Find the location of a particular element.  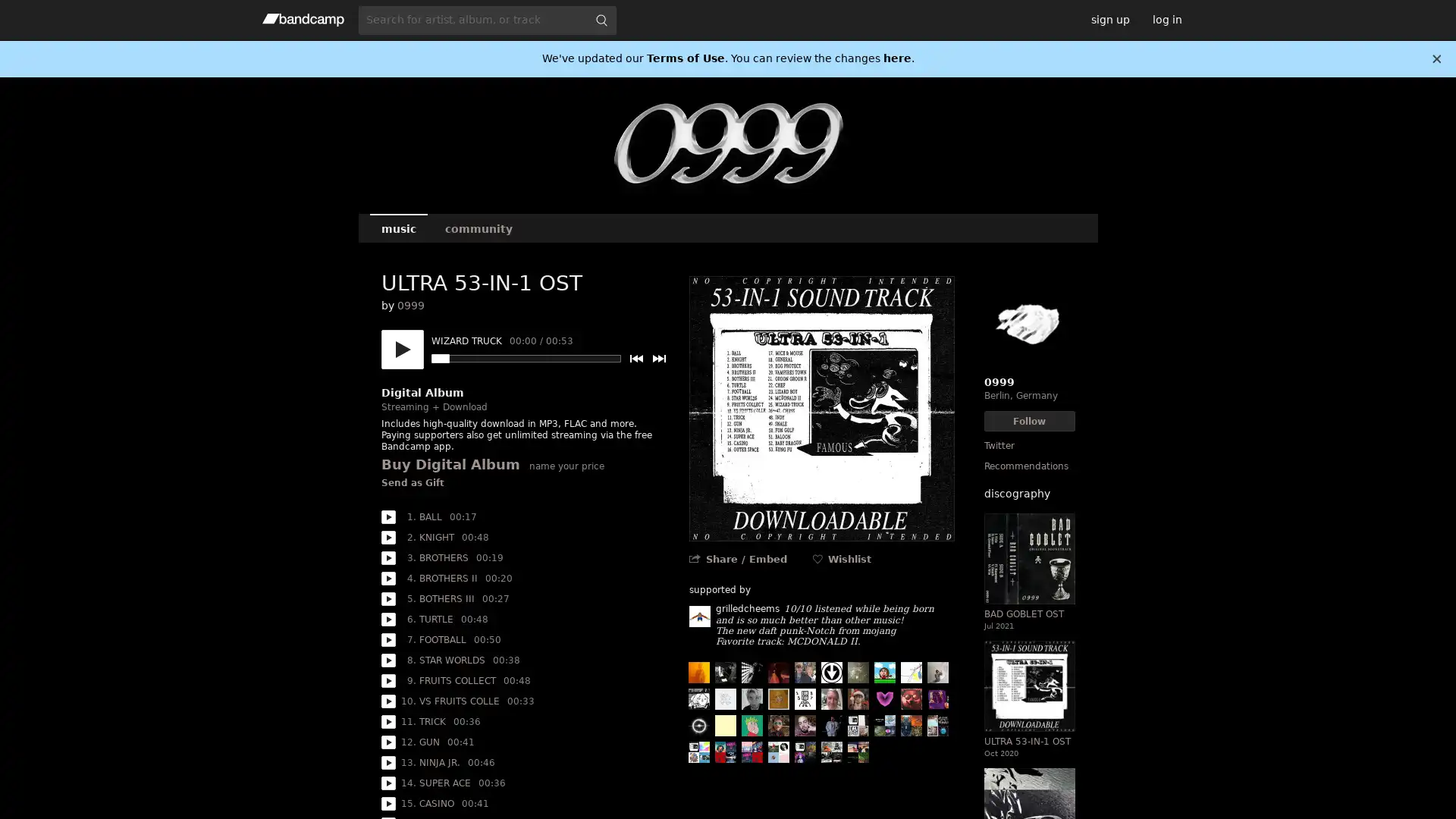

Play BALL is located at coordinates (388, 516).